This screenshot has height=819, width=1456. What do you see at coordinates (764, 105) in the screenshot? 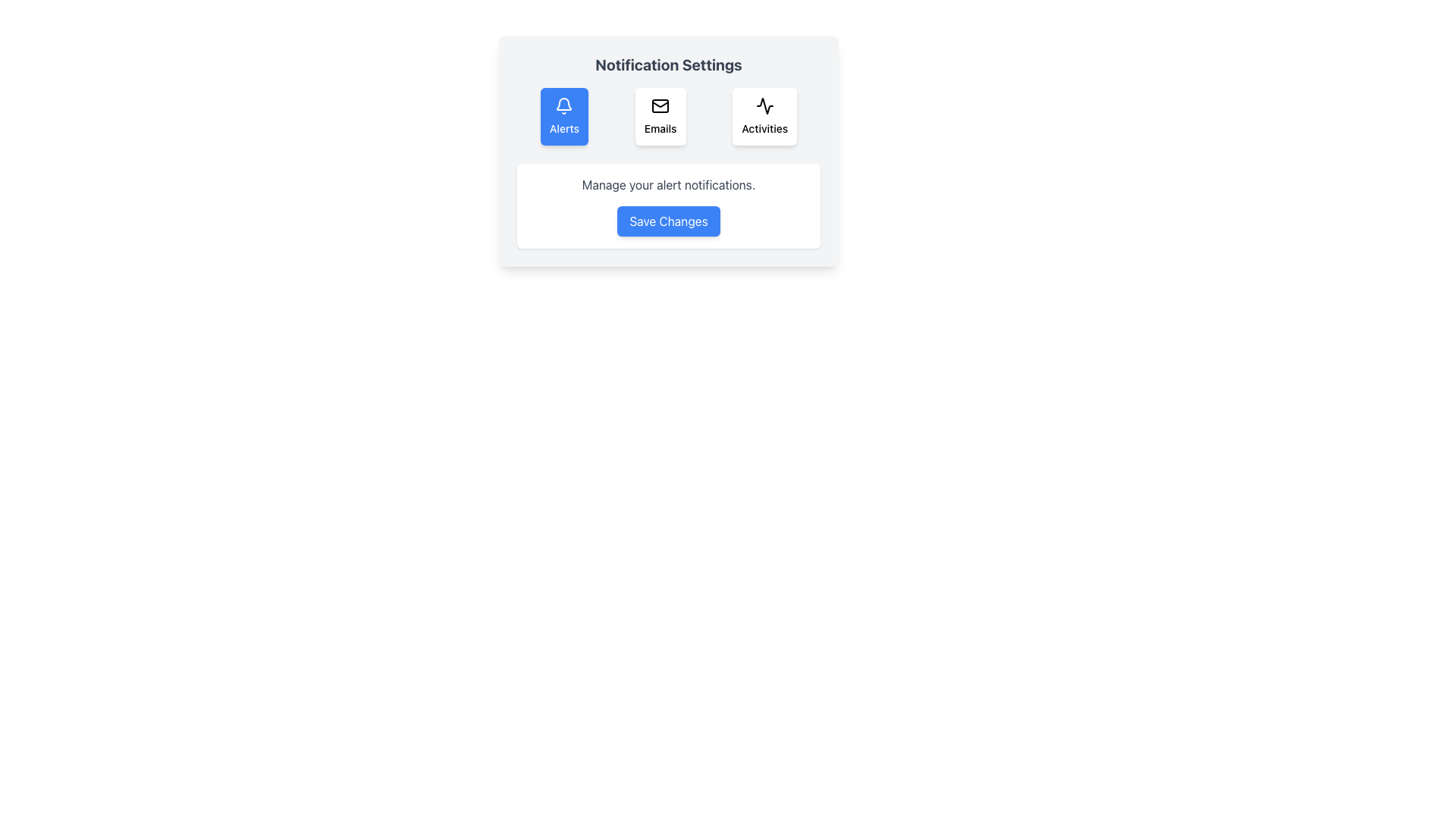
I see `the small graphical icon resembling an activity graph line with peaks, located within a white square background under the 'Notification Settings' section, specifically the third option labeled 'Activities'` at bounding box center [764, 105].